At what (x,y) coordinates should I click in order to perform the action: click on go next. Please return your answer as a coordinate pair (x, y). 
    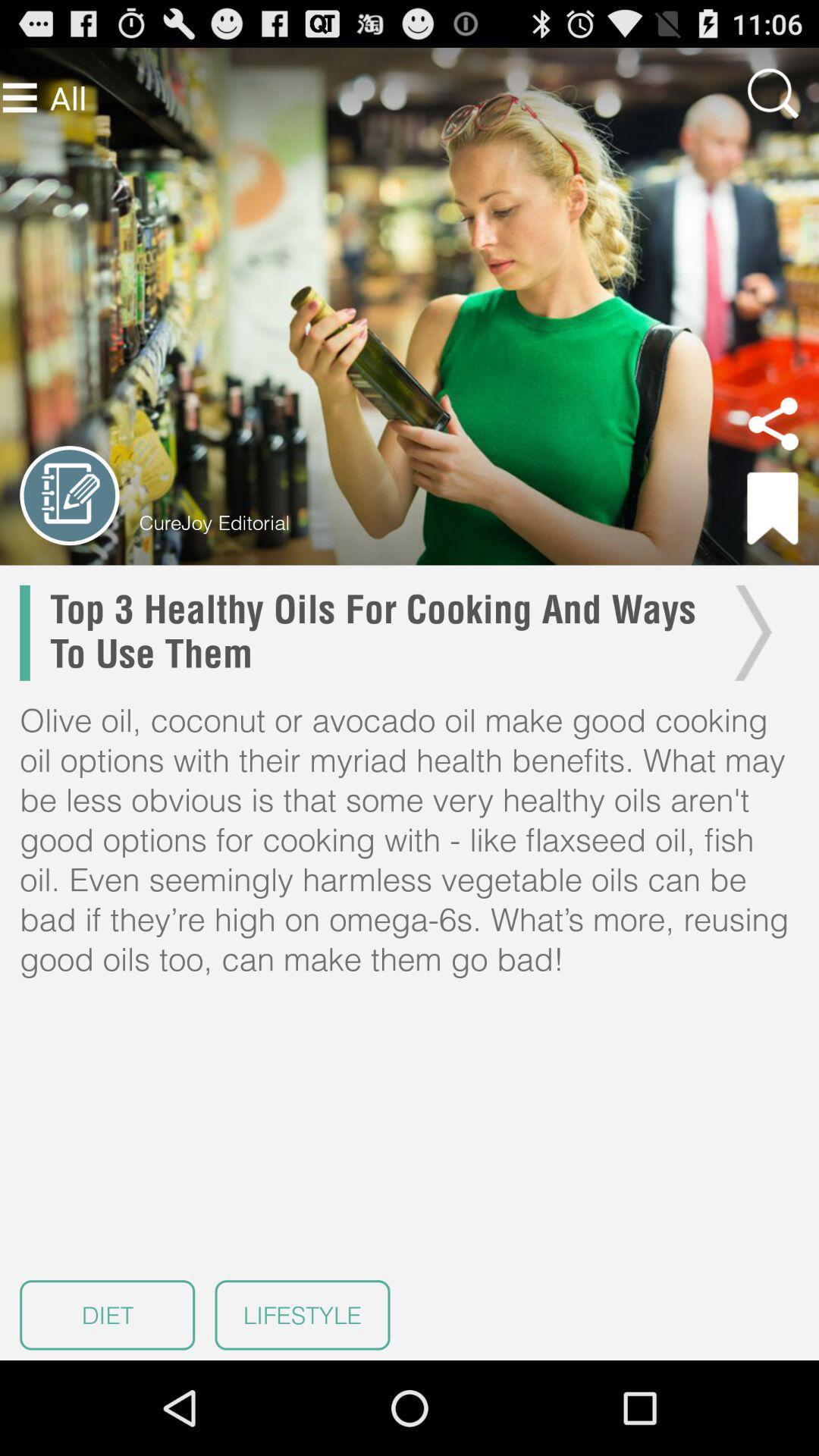
    Looking at the image, I should click on (748, 632).